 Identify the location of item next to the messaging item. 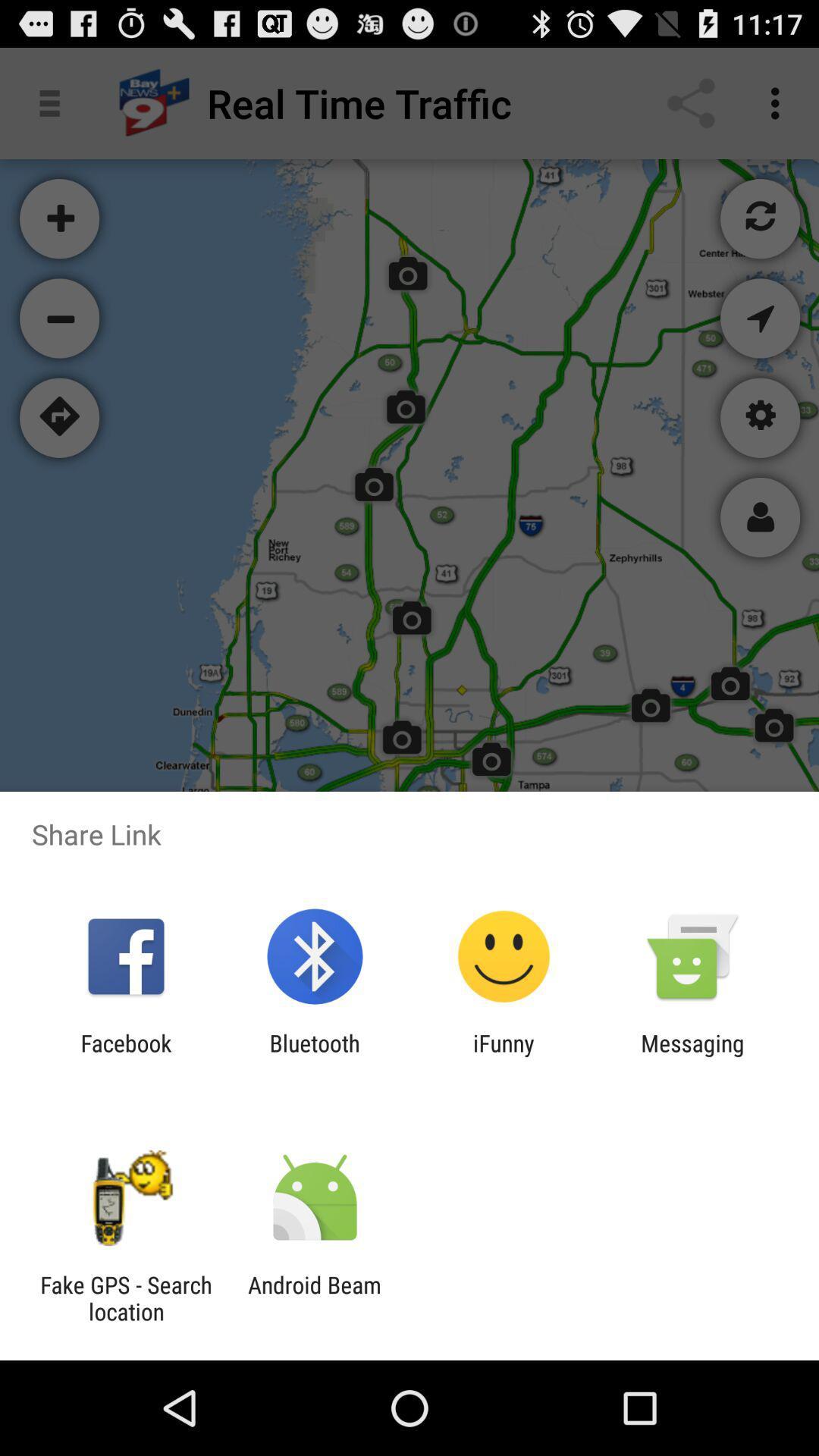
(504, 1056).